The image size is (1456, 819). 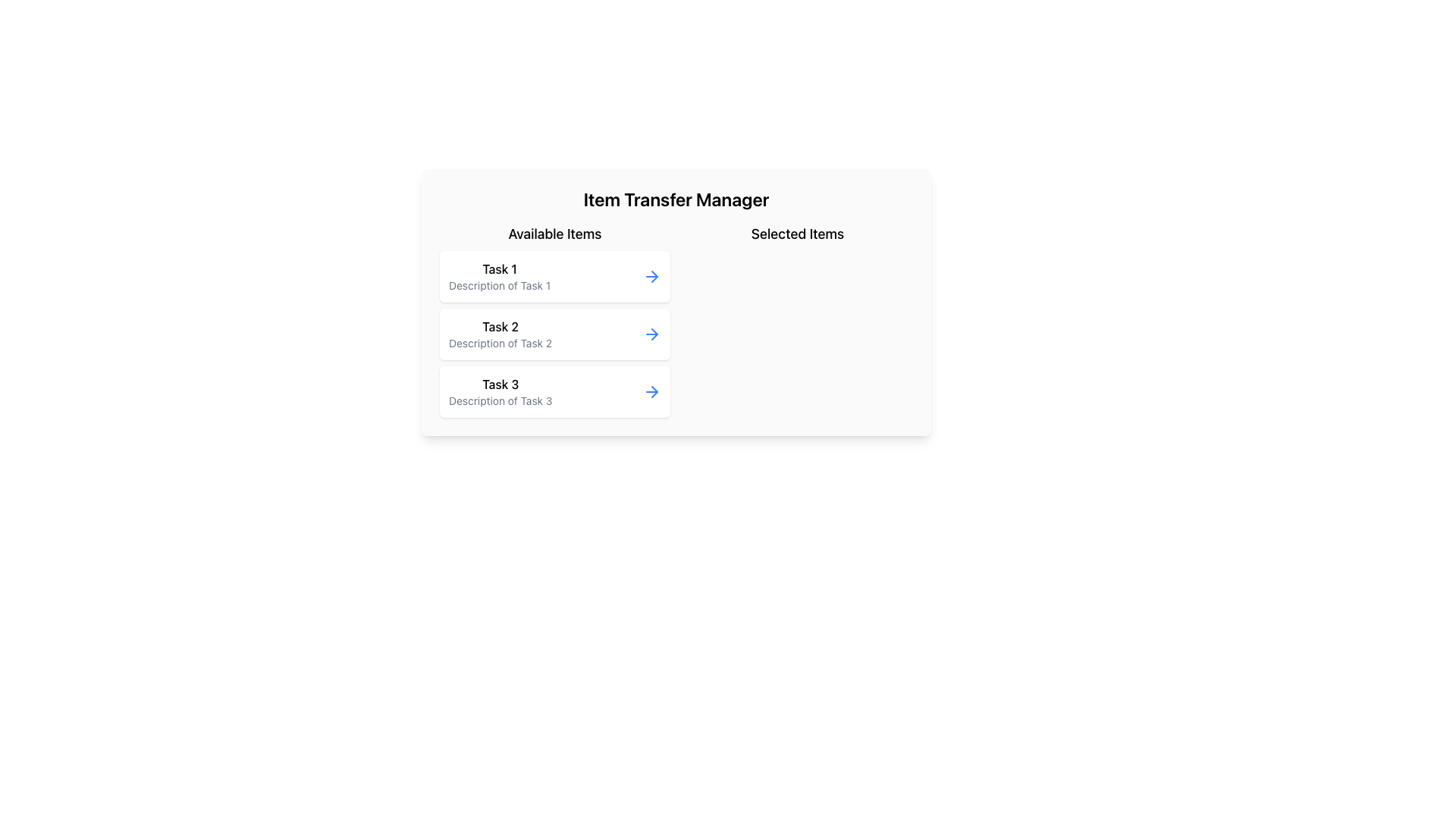 I want to click on the text label displaying 'Task 2', which is positioned at the top of a grouped item box under 'Available Items', so click(x=500, y=326).